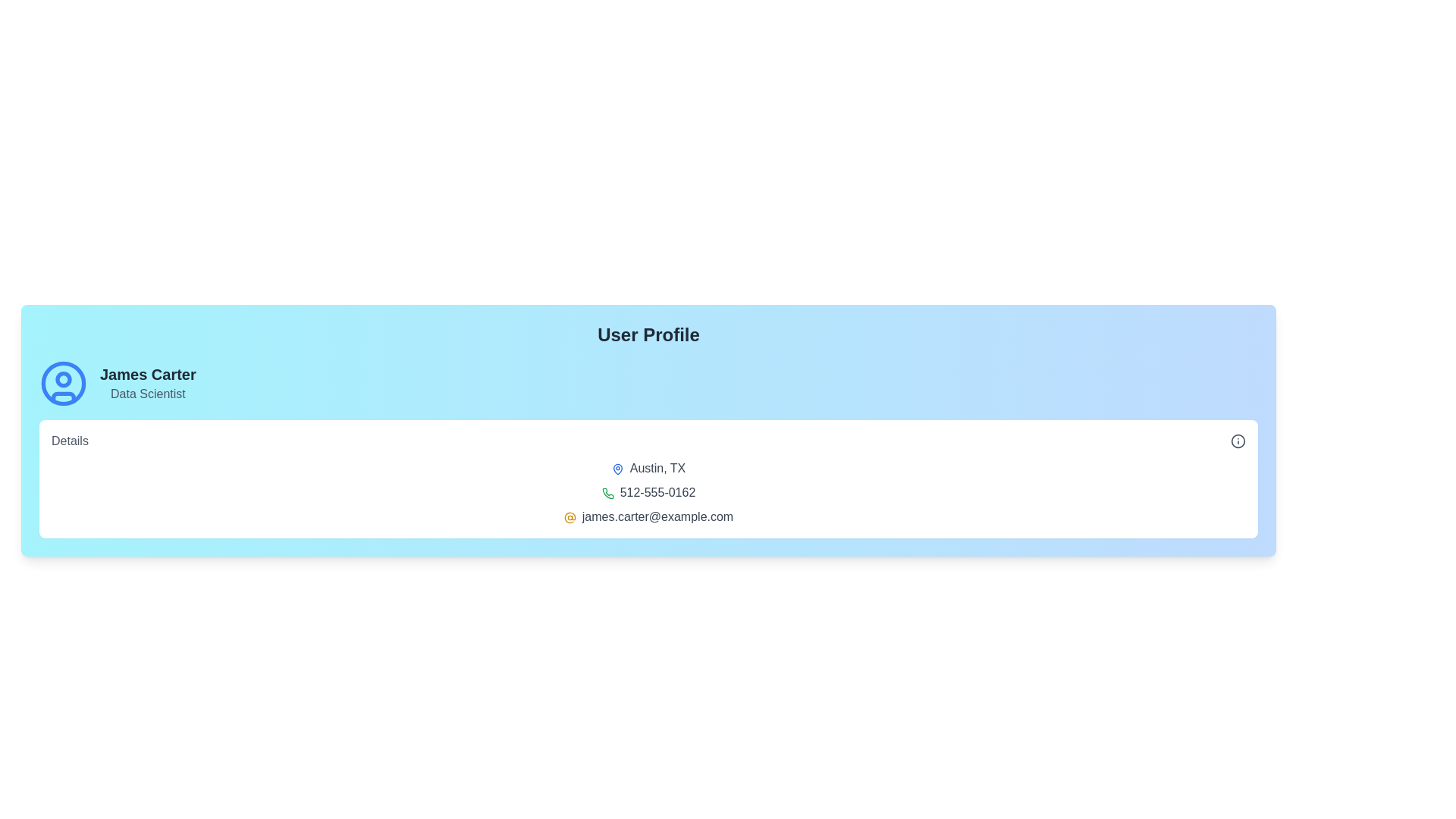 This screenshot has width=1456, height=819. What do you see at coordinates (617, 468) in the screenshot?
I see `the location icon in the 'Details' section, which is positioned to the left of the text 'Austin, TX'` at bounding box center [617, 468].